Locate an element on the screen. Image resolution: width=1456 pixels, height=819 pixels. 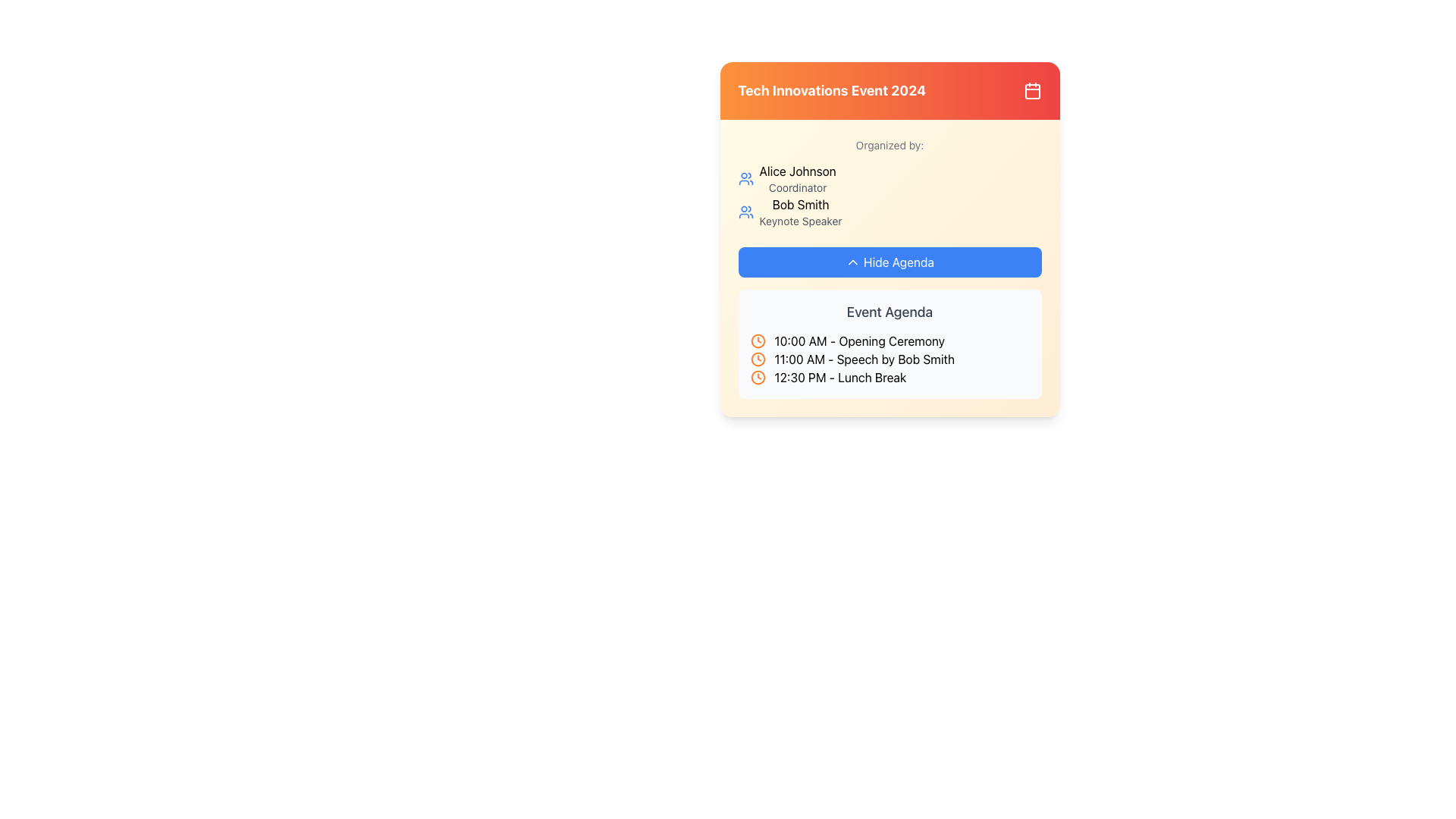
the orange circular clock icon located next to the '11:00 AM - Speech by Bob Smith' text in the Event Agenda section of the card layout is located at coordinates (758, 359).